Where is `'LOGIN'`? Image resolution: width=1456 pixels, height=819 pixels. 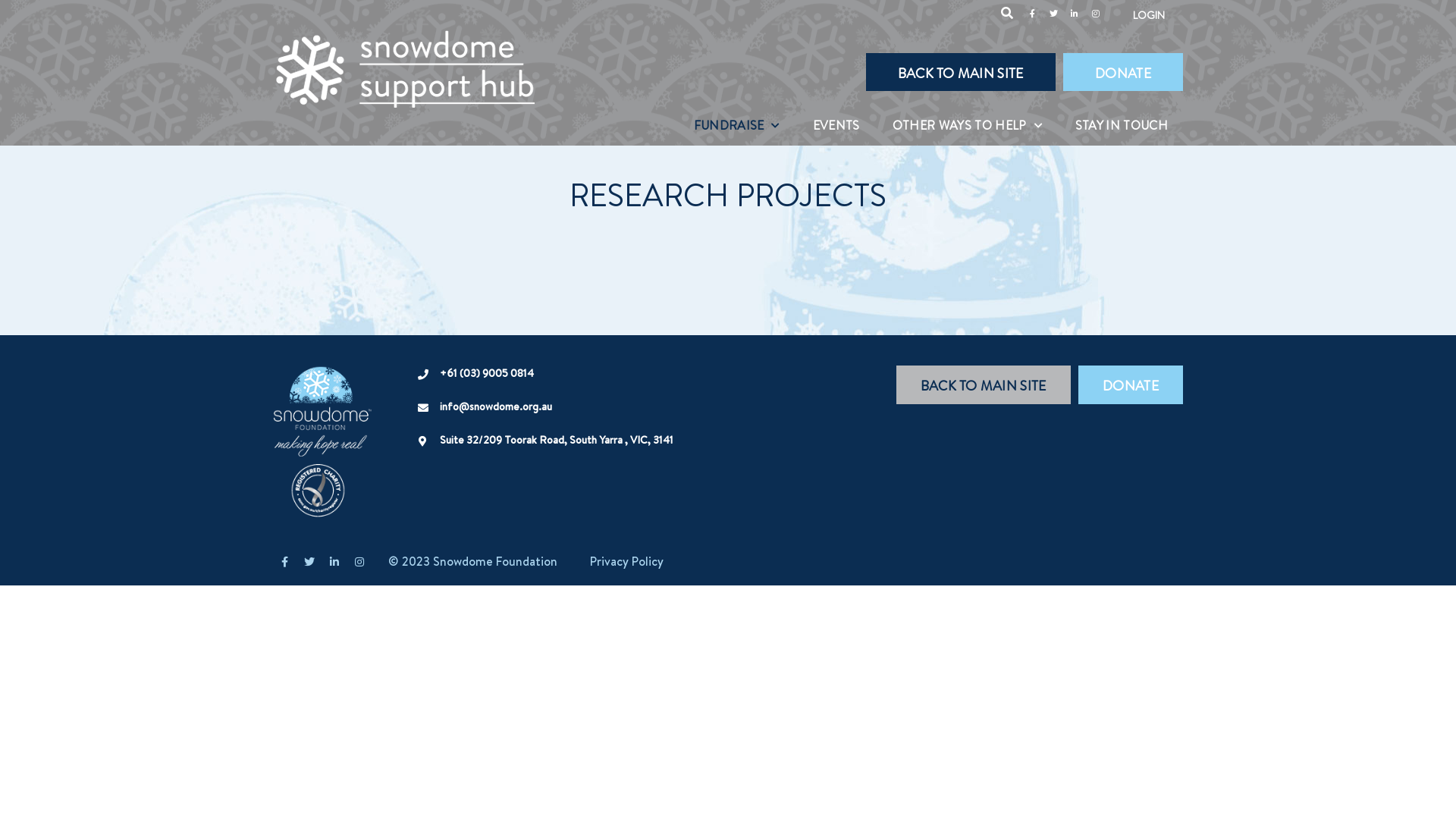
'LOGIN' is located at coordinates (1149, 14).